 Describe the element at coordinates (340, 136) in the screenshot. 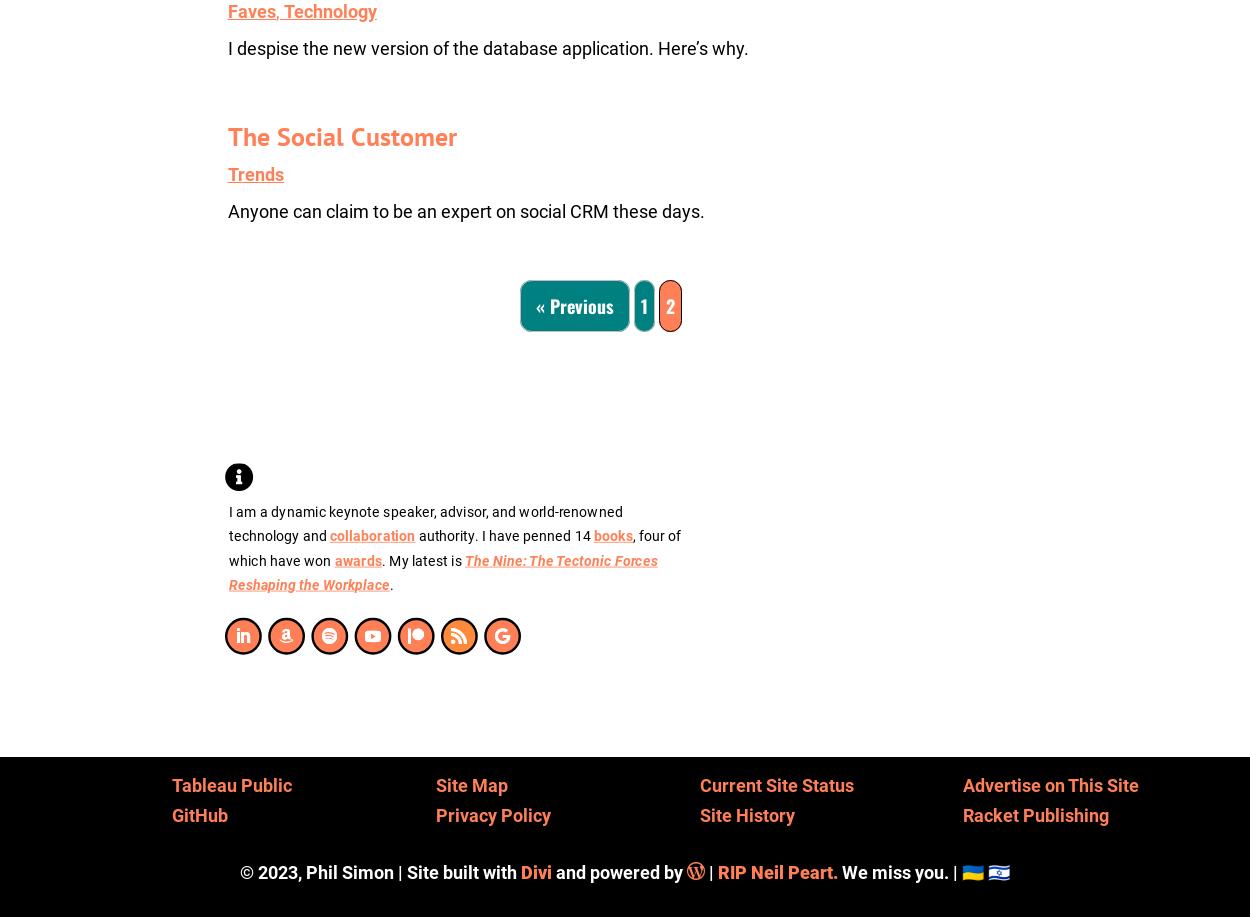

I see `'The Social Customer'` at that location.